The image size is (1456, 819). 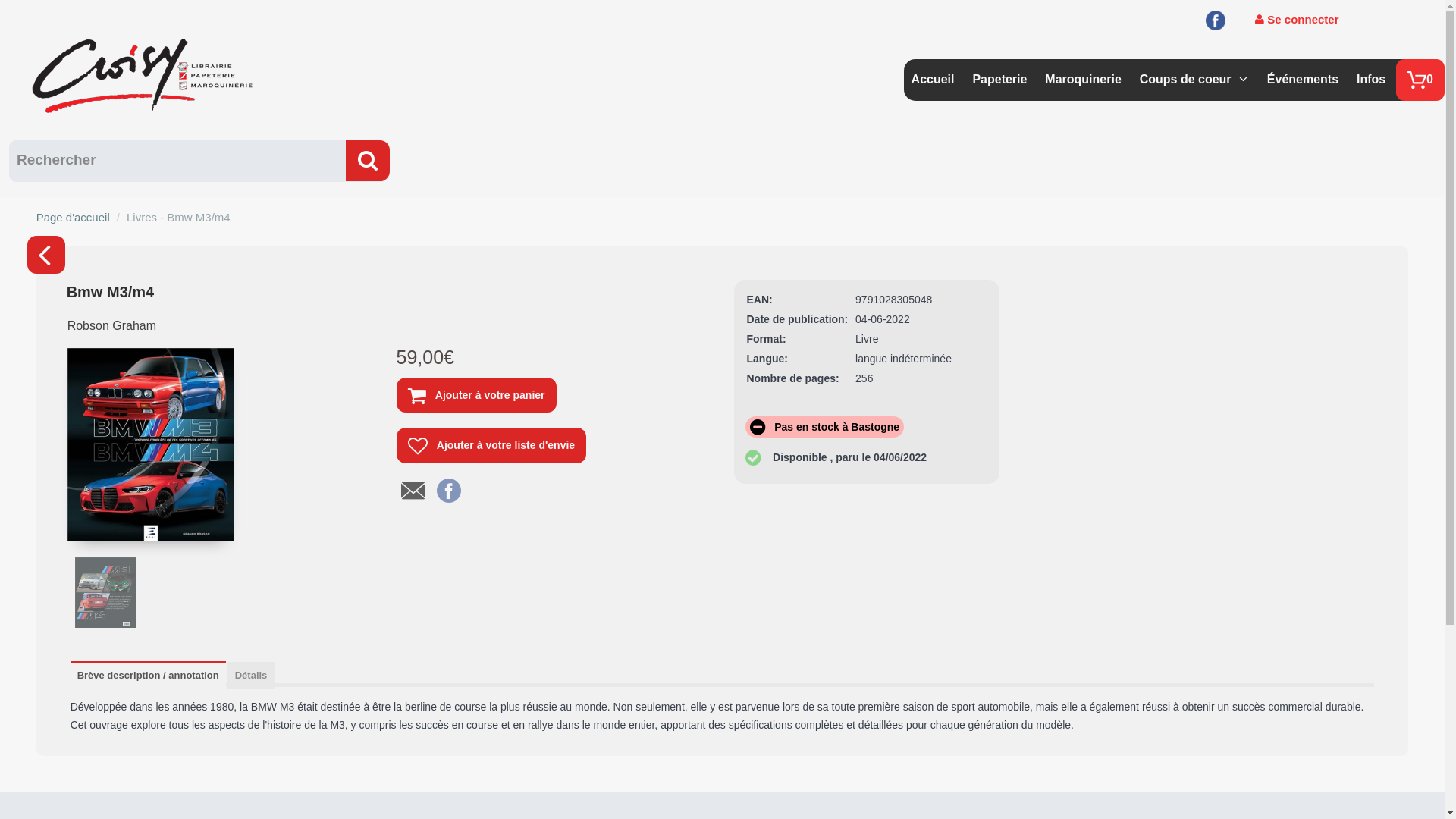 I want to click on 'Se connecter', so click(x=1255, y=20).